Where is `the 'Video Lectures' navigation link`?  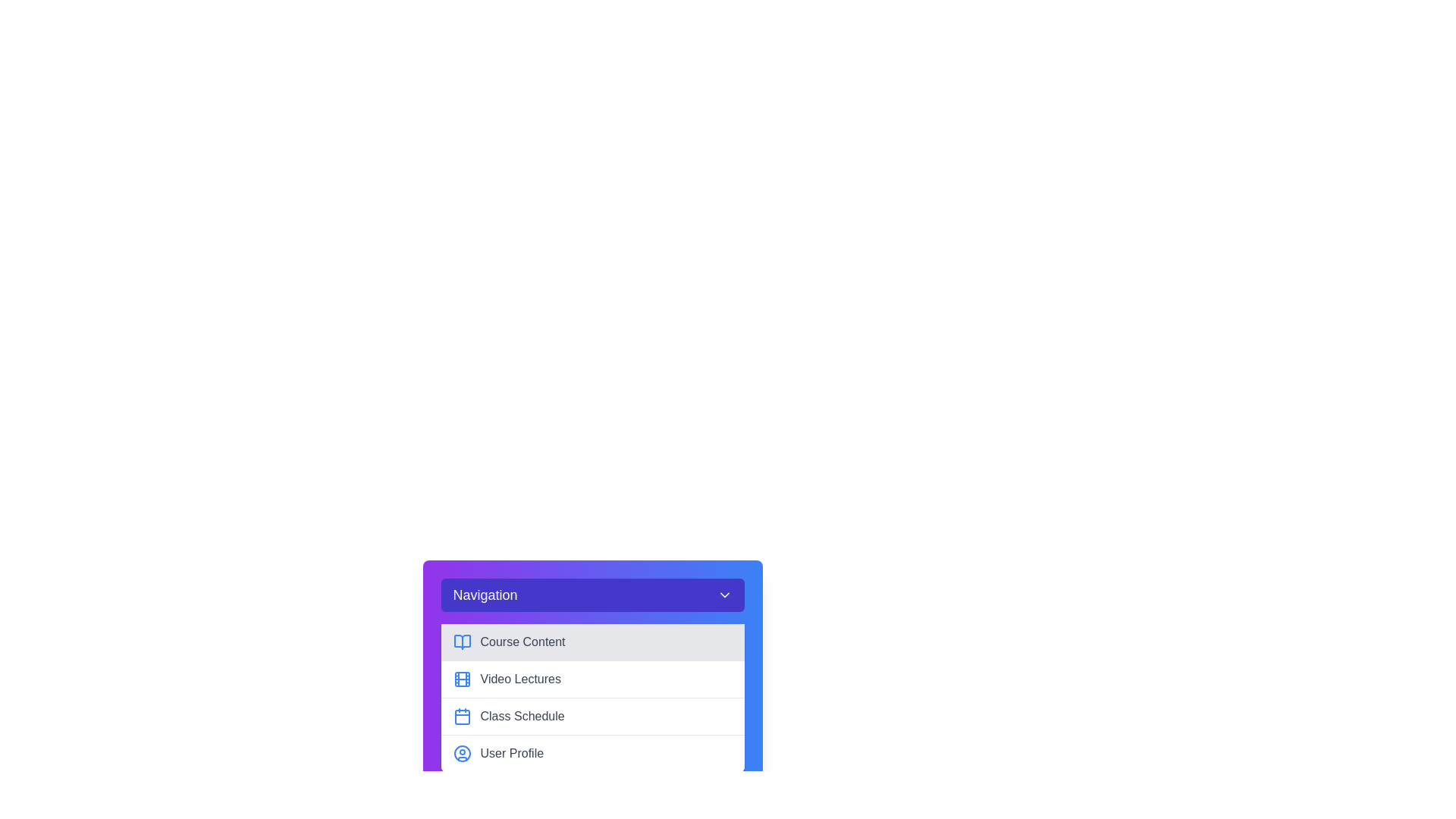 the 'Video Lectures' navigation link is located at coordinates (520, 678).